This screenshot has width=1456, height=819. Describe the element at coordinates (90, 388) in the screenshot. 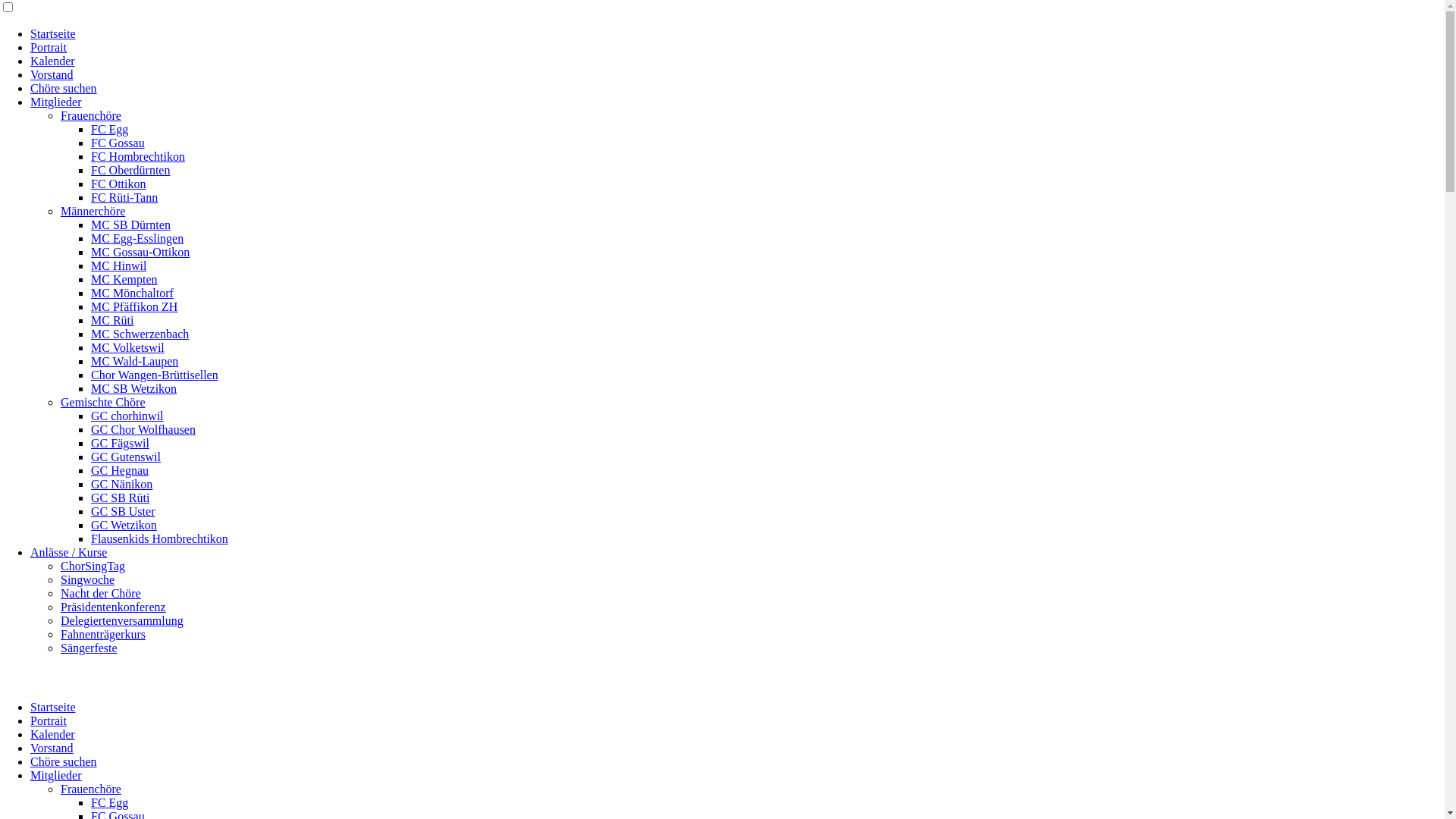

I see `'MC SB Wetzikon'` at that location.